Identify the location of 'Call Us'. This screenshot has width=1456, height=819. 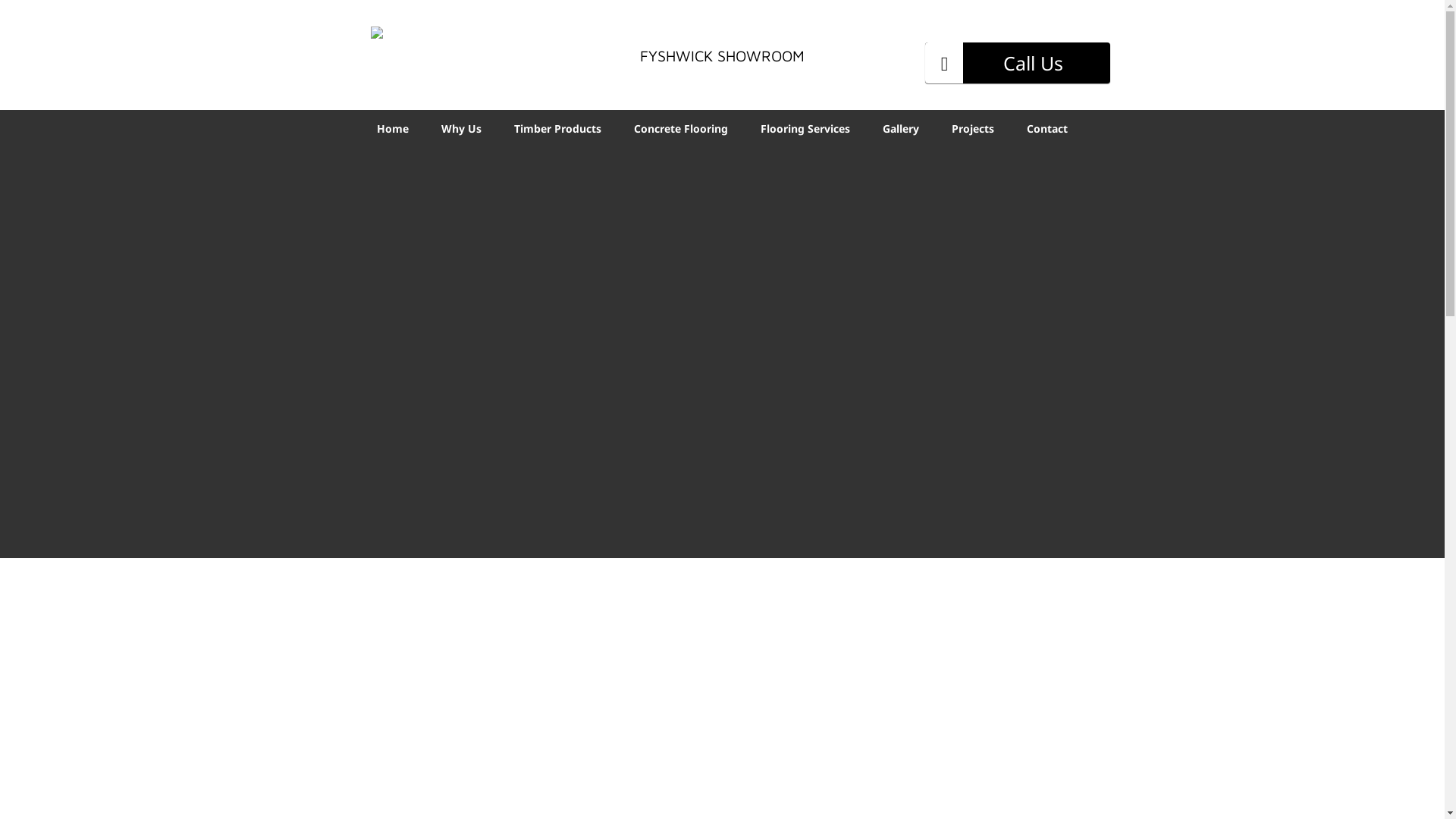
(1018, 62).